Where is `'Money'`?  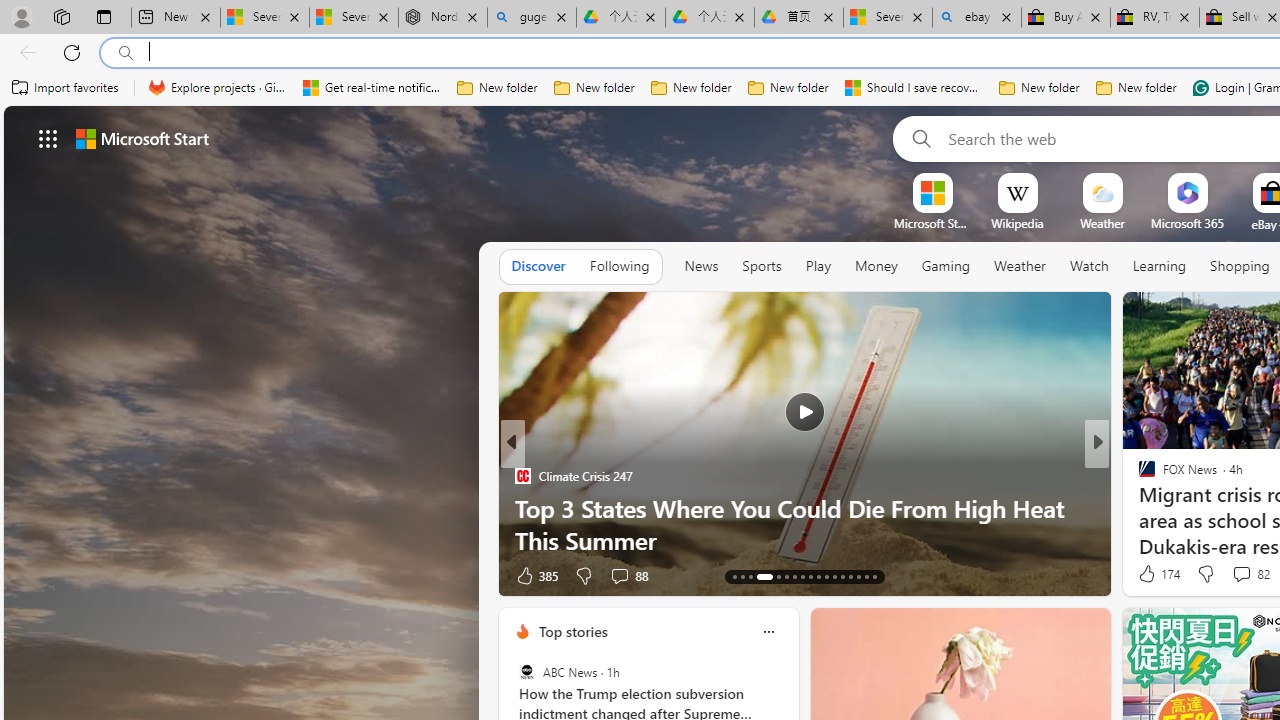
'Money' is located at coordinates (876, 265).